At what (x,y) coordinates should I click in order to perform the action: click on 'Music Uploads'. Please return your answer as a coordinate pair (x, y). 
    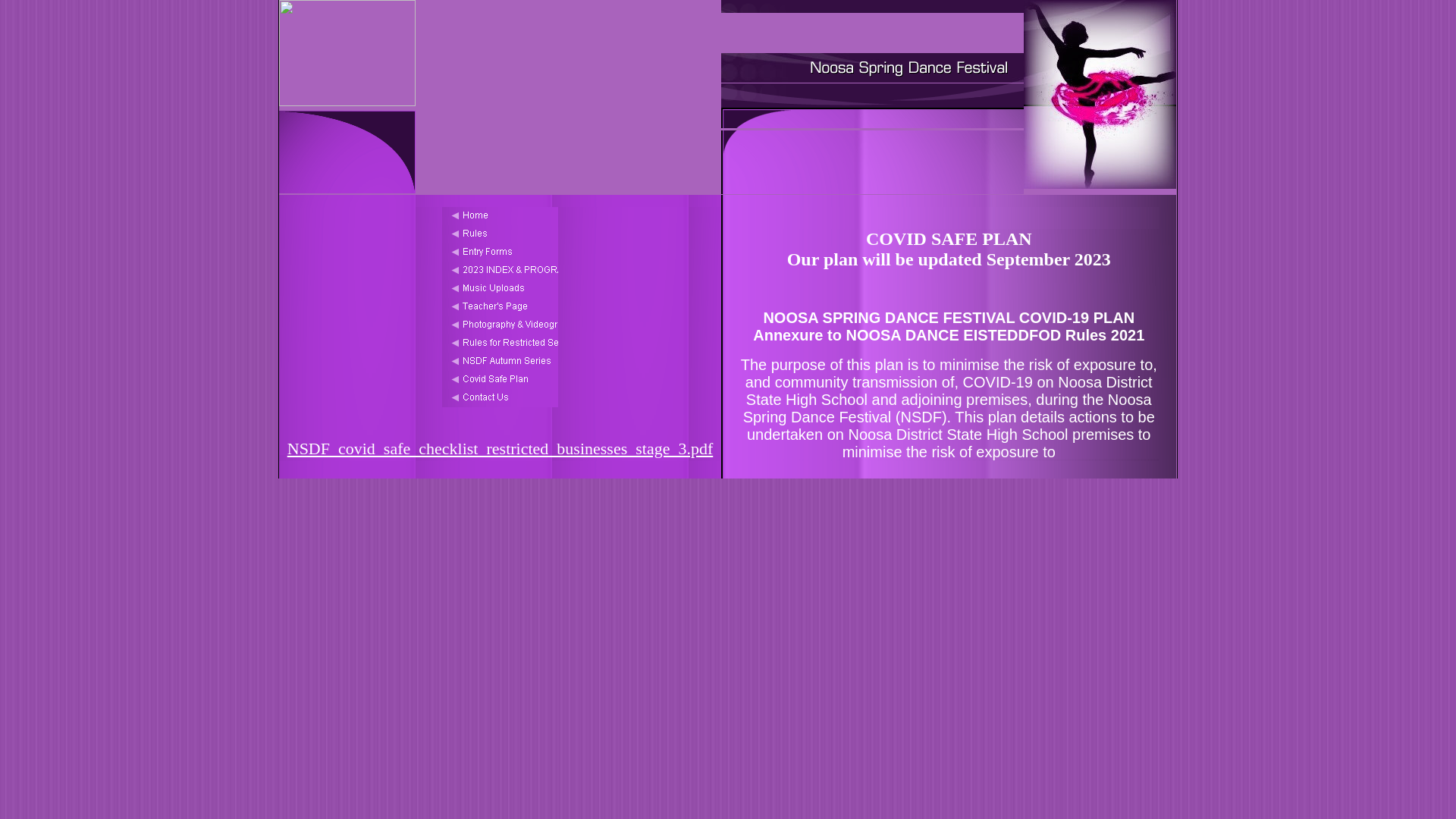
    Looking at the image, I should click on (500, 289).